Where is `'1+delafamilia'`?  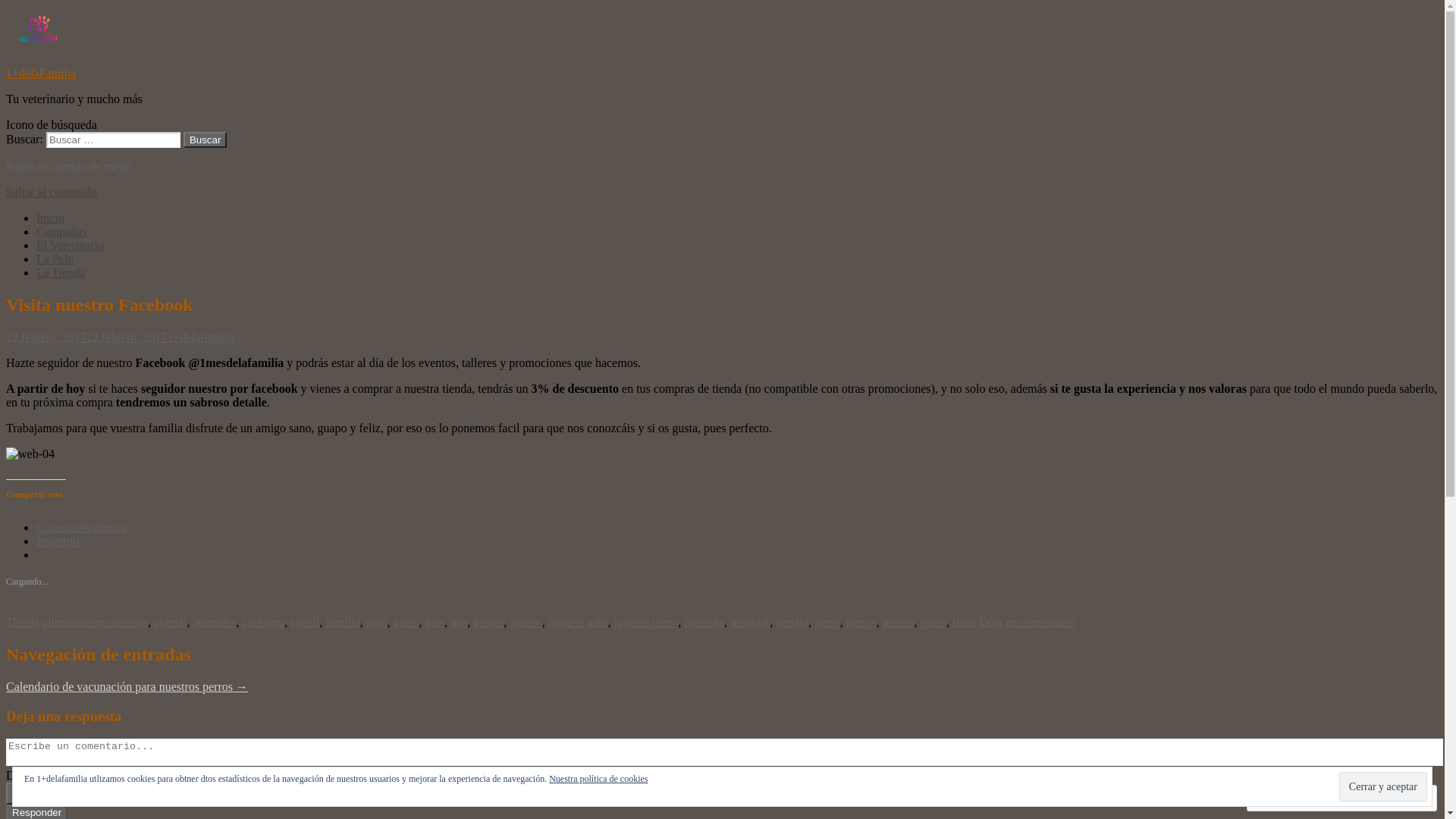 '1+delafamilia' is located at coordinates (199, 336).